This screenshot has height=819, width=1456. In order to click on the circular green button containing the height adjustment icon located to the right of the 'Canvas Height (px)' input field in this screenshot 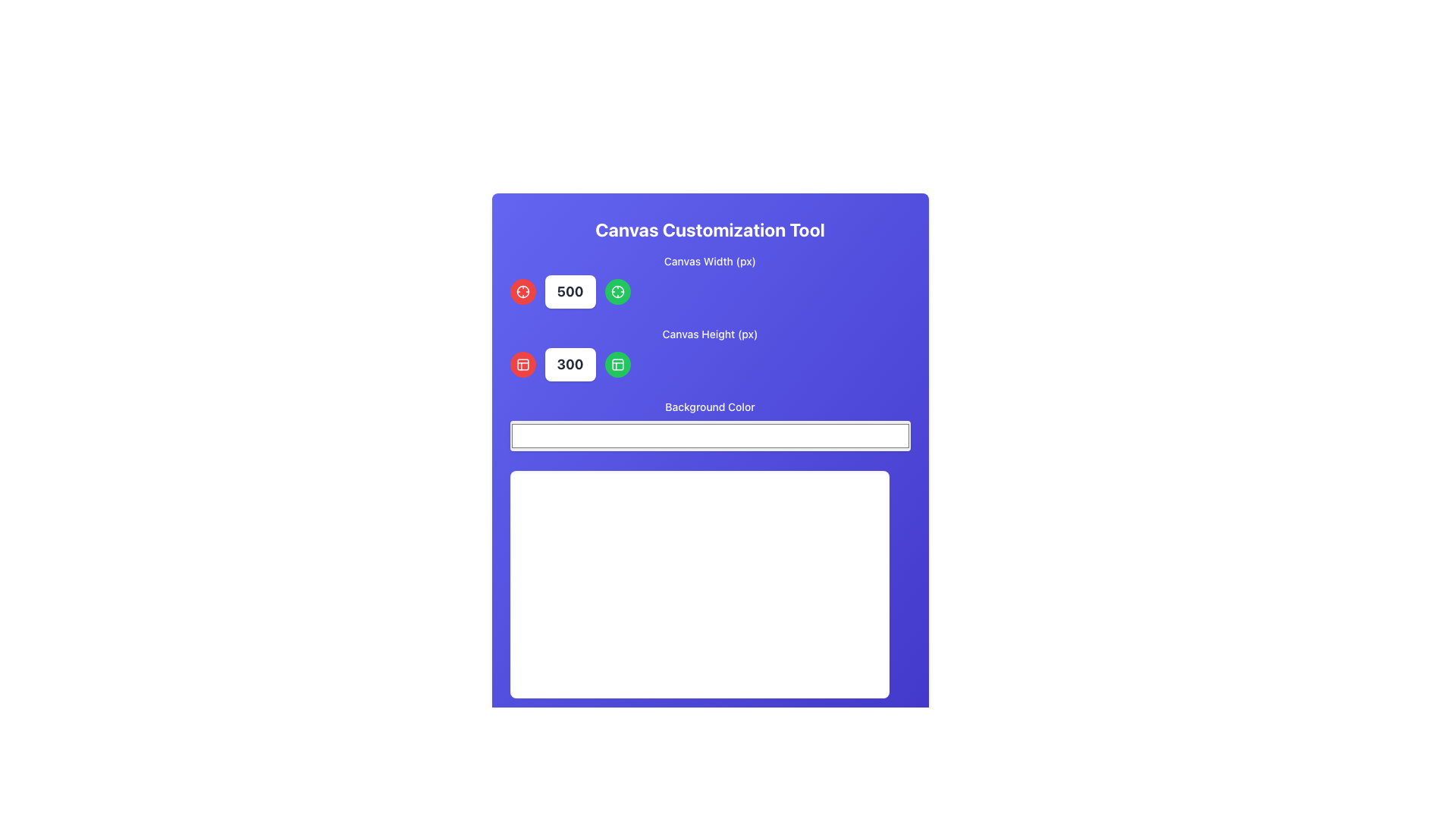, I will do `click(617, 365)`.